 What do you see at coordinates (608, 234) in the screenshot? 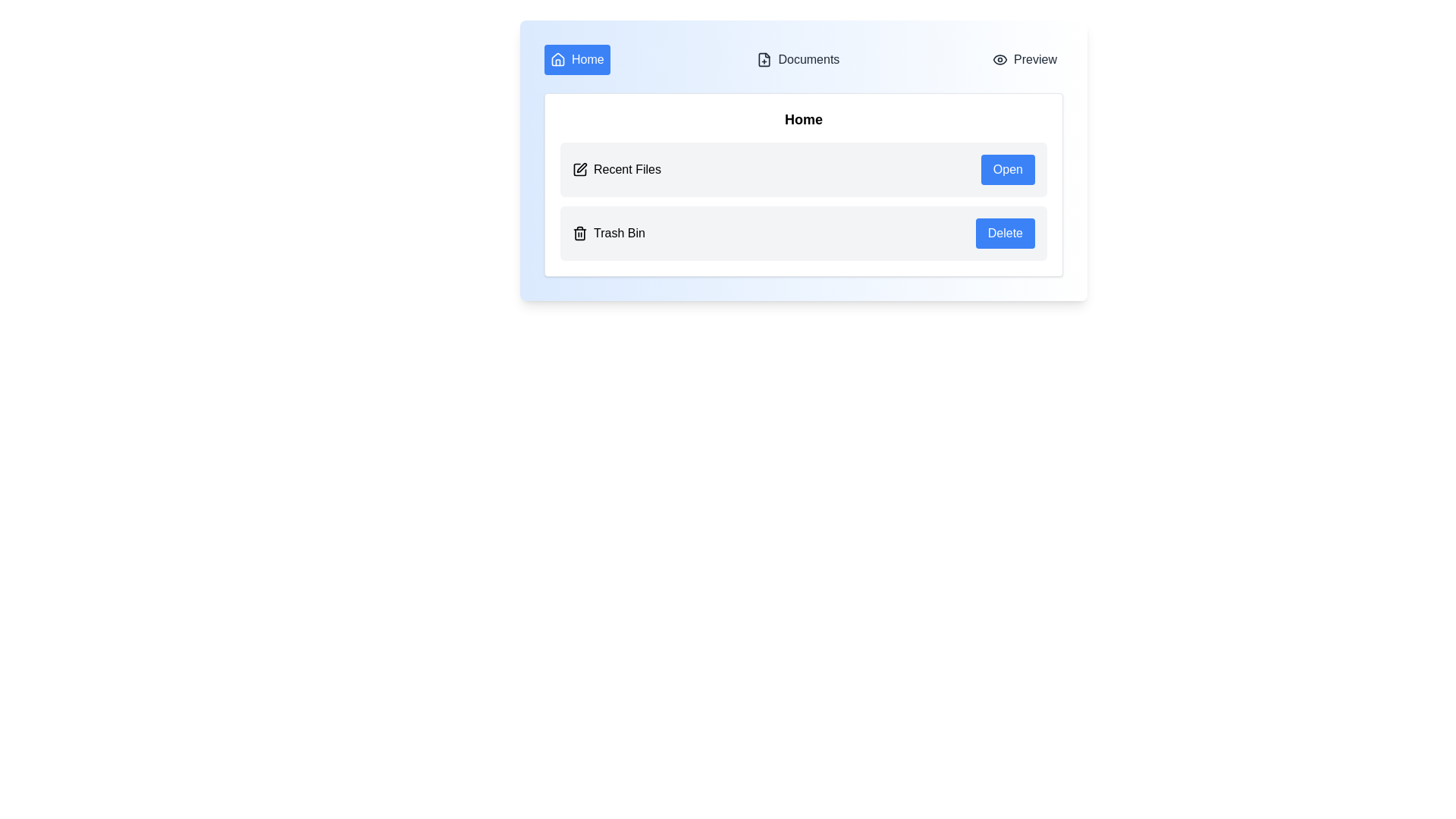
I see `the Text label identifying the 'Trash Bin', which is located in the second row of a vertically stacked list, adjacent to a delete button on the right and an icon on the left` at bounding box center [608, 234].